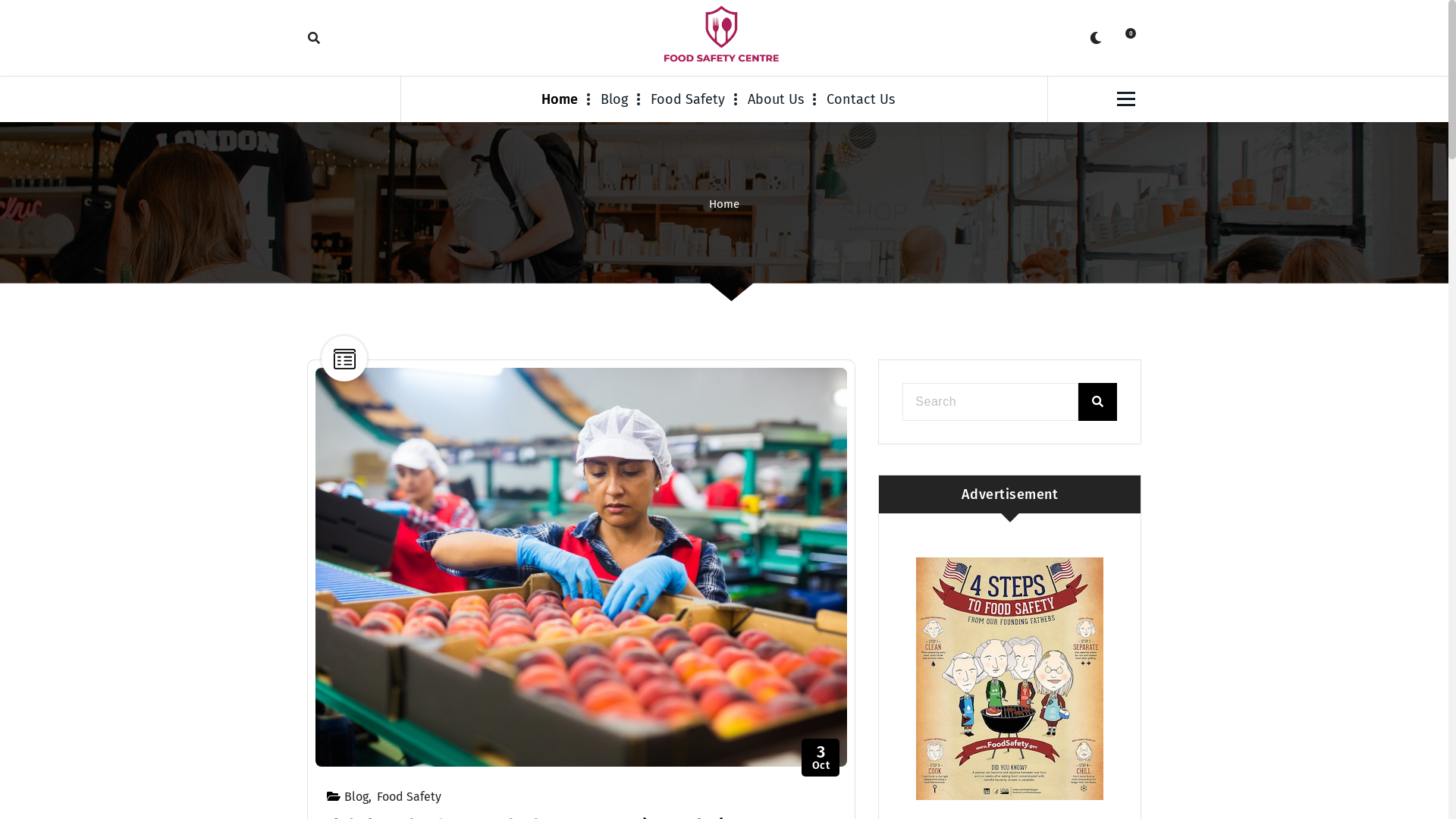 The height and width of the screenshot is (819, 1456). Describe the element at coordinates (541, 99) in the screenshot. I see `'Home'` at that location.